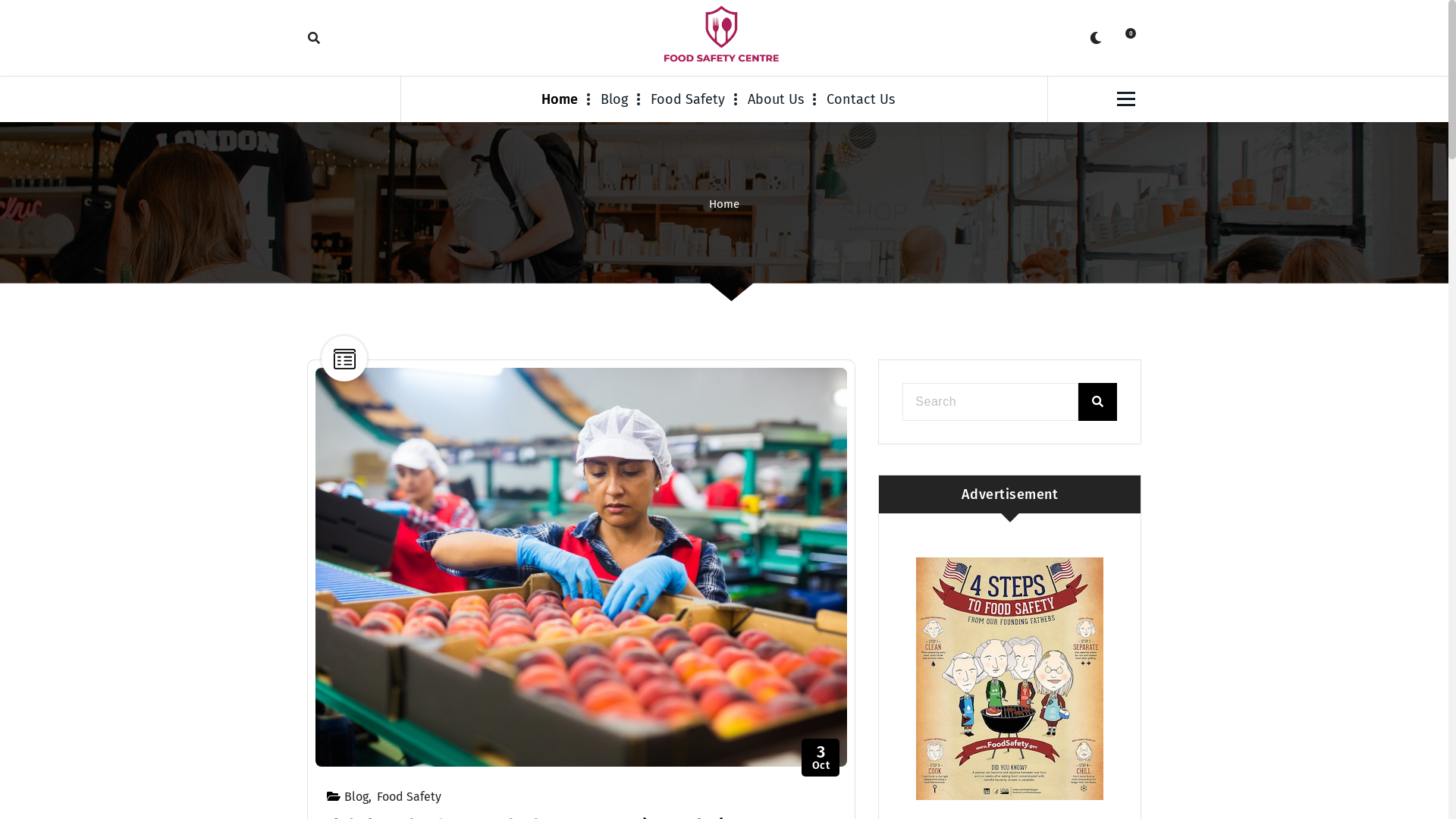 The height and width of the screenshot is (819, 1456). Describe the element at coordinates (541, 99) in the screenshot. I see `'Home'` at that location.